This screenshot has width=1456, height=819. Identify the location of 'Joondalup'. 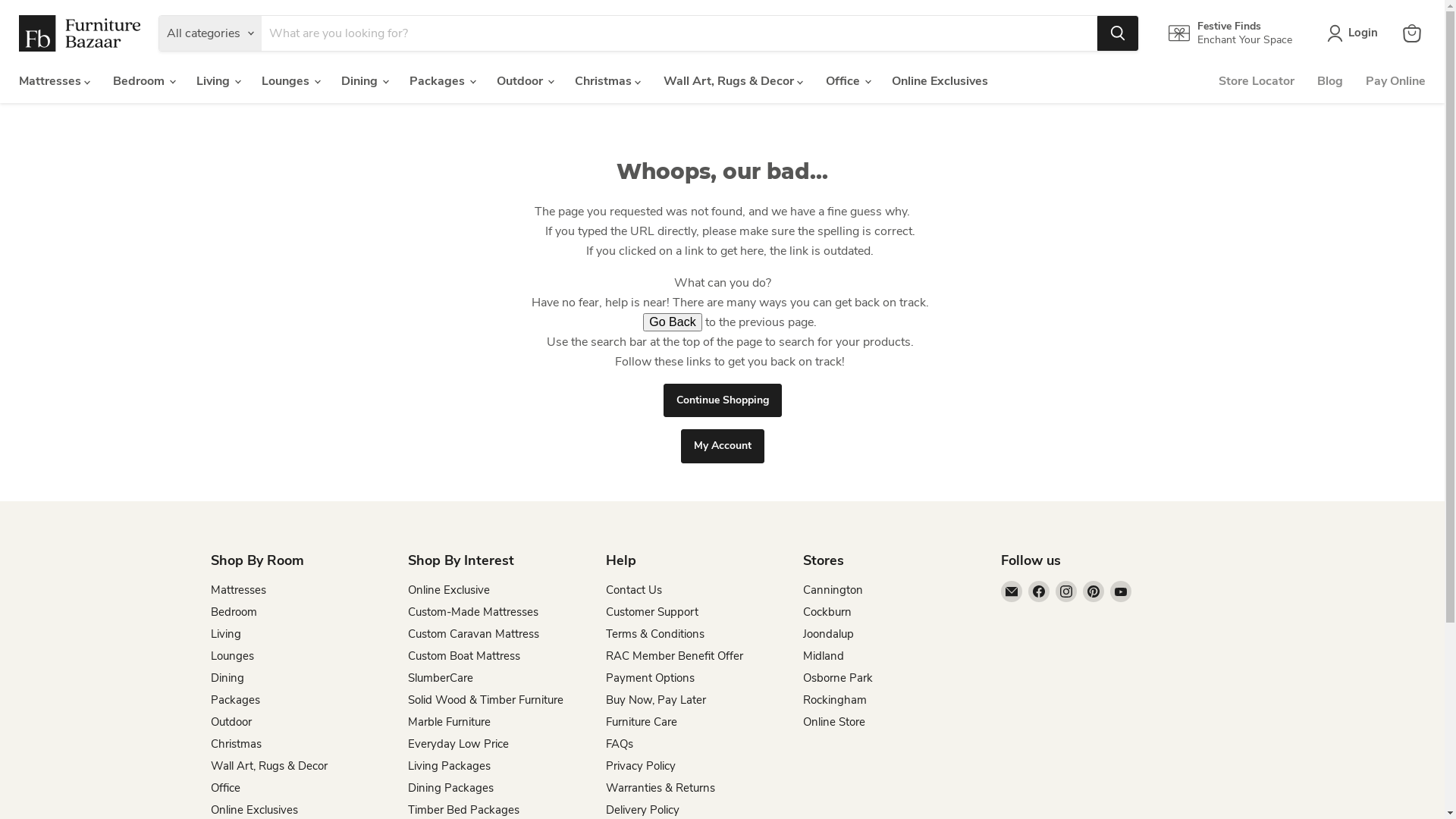
(827, 634).